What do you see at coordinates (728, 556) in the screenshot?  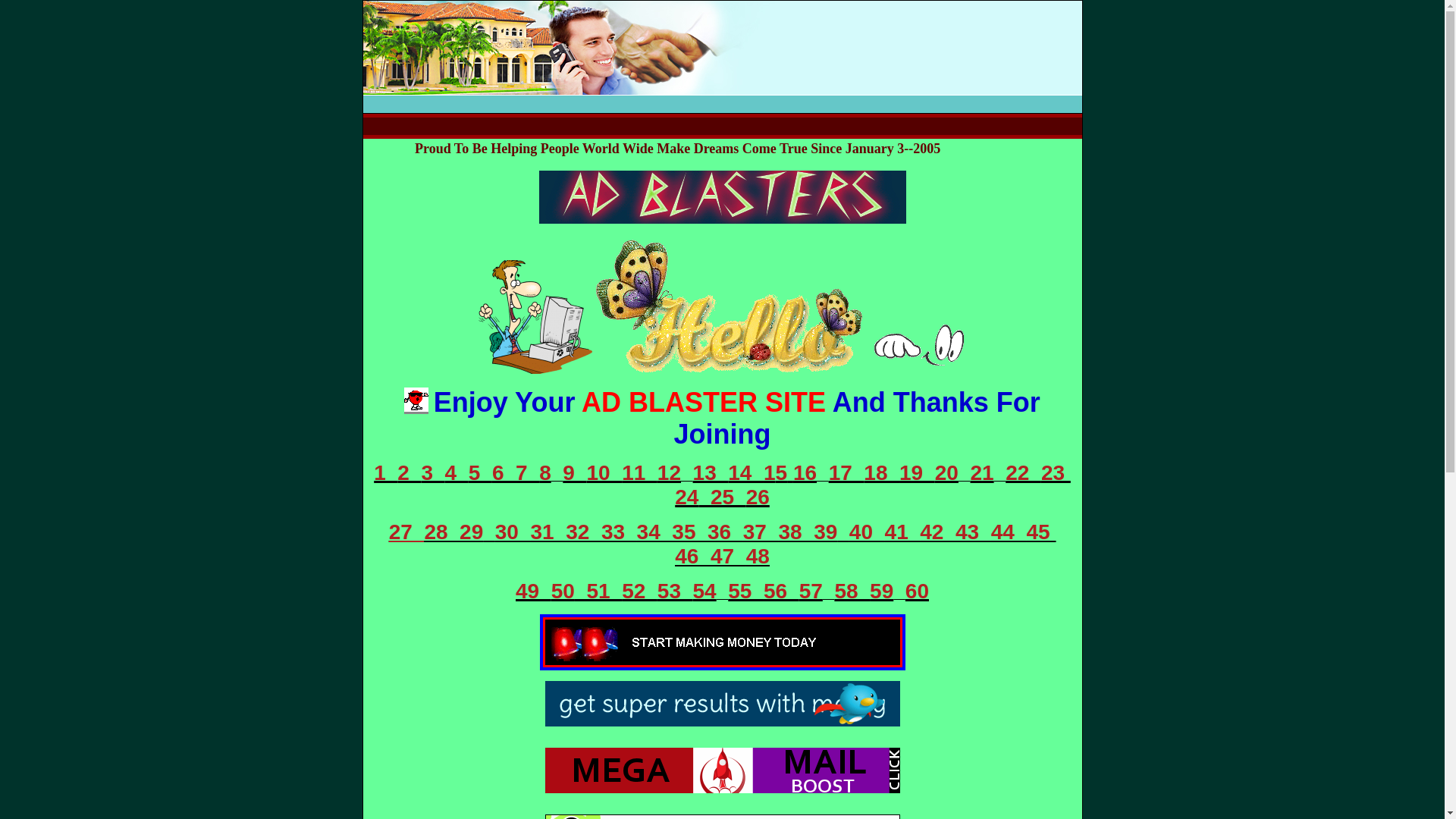 I see `'47 '` at bounding box center [728, 556].